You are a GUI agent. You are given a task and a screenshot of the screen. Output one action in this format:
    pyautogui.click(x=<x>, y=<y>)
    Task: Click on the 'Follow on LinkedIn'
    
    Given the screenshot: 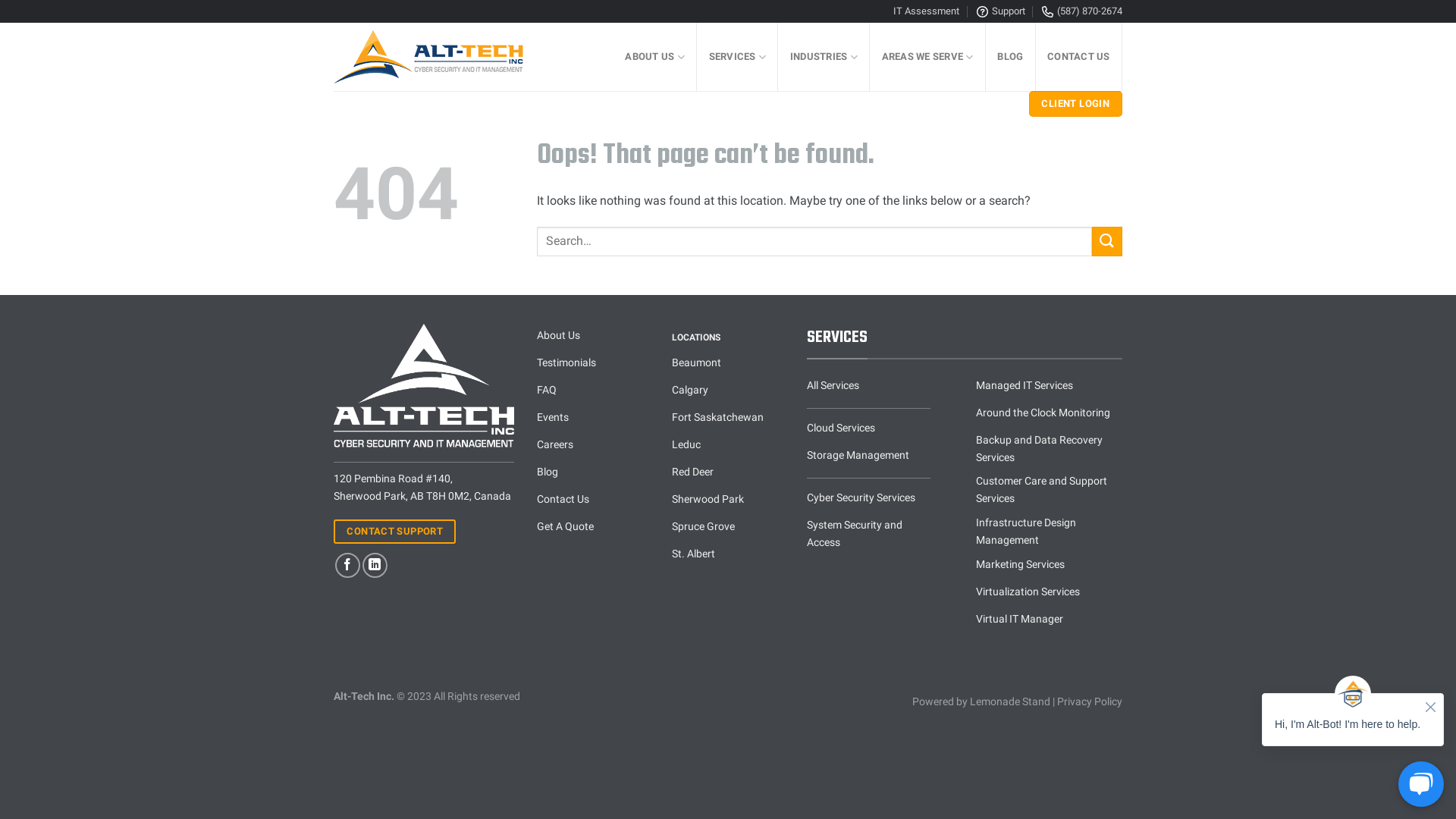 What is the action you would take?
    pyautogui.click(x=375, y=565)
    